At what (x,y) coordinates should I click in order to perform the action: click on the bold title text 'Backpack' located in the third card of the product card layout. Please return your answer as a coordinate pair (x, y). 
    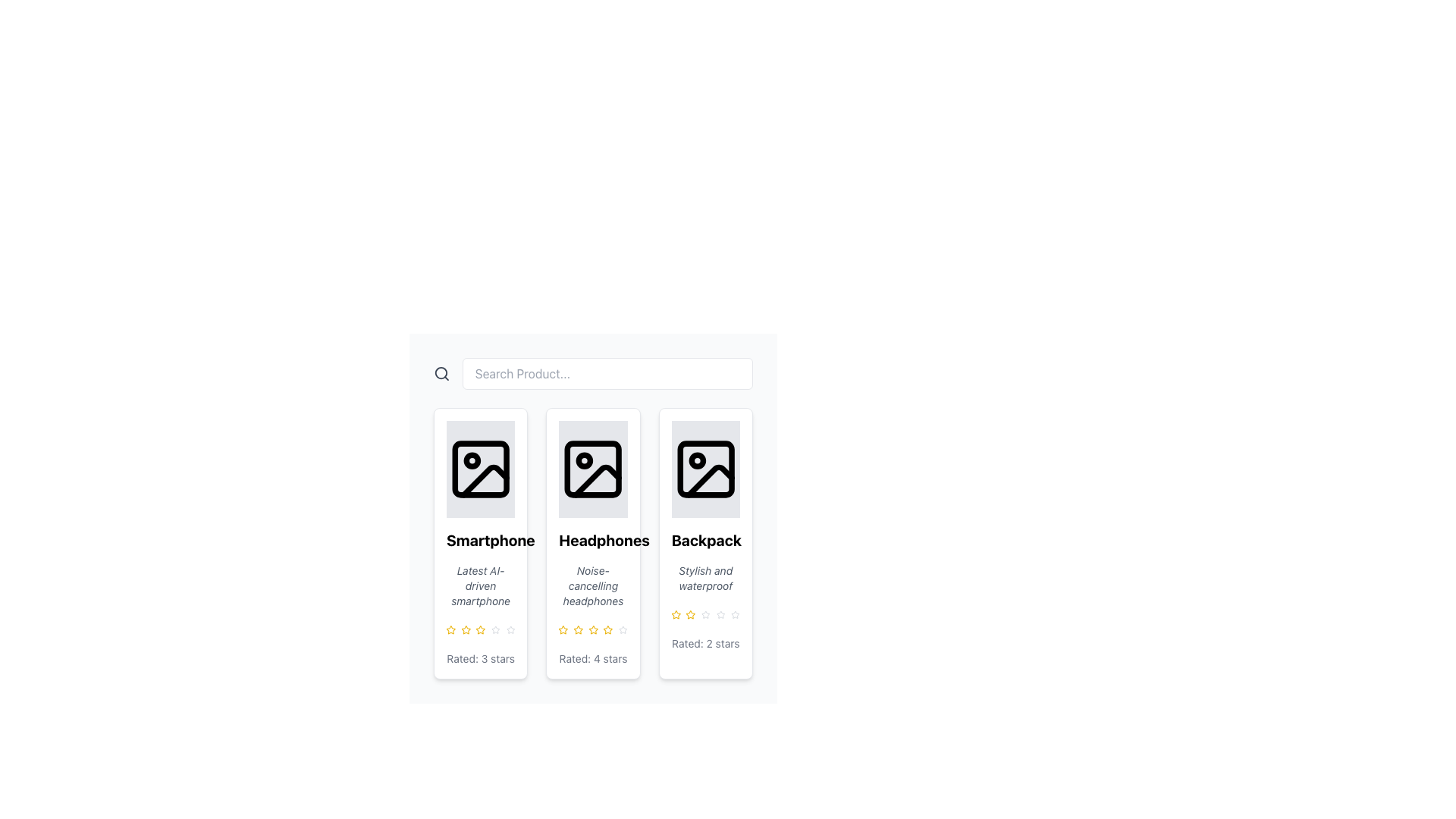
    Looking at the image, I should click on (704, 540).